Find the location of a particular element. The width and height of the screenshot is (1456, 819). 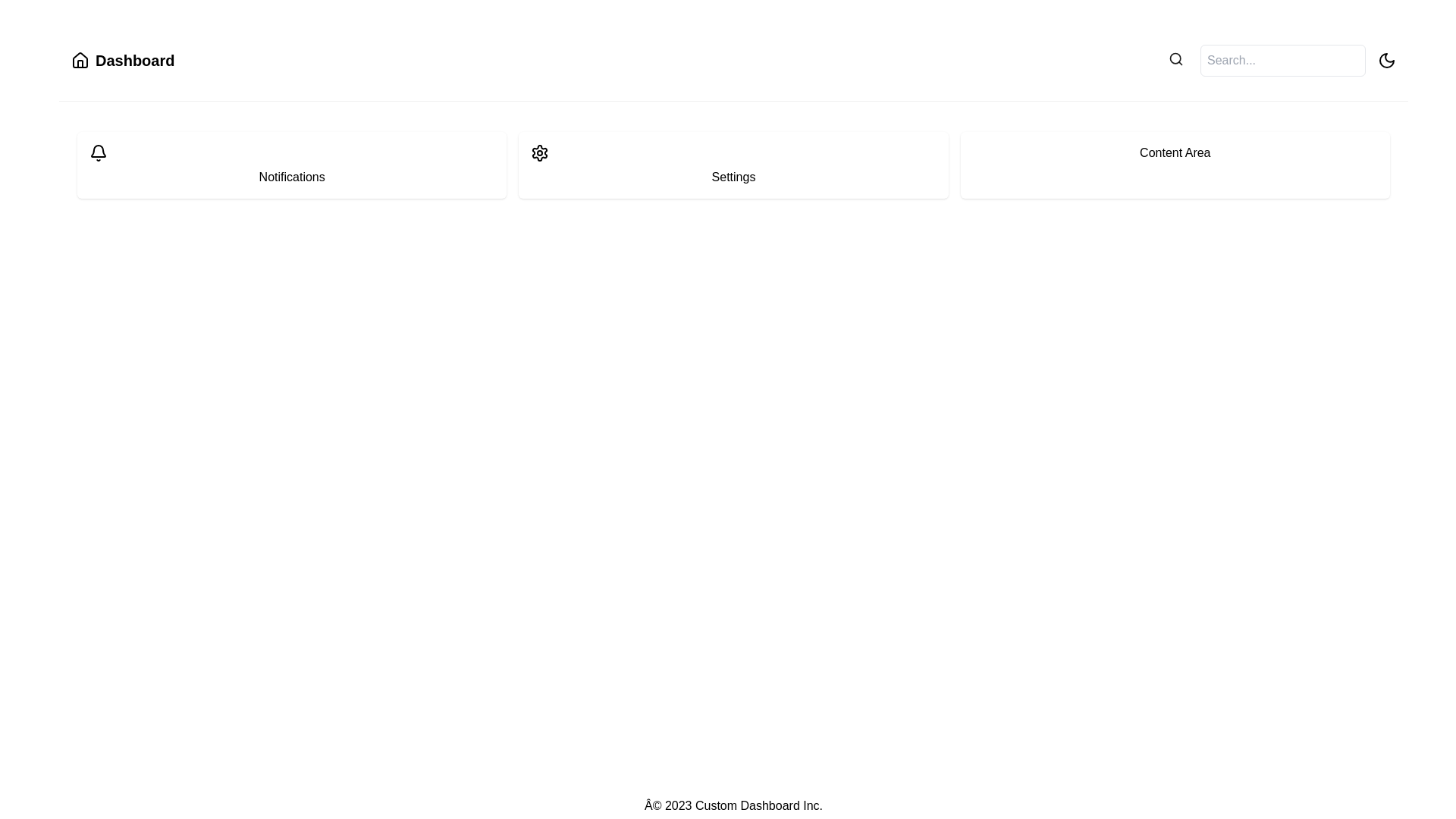

the house icon fragment within the SVG element located is located at coordinates (79, 58).